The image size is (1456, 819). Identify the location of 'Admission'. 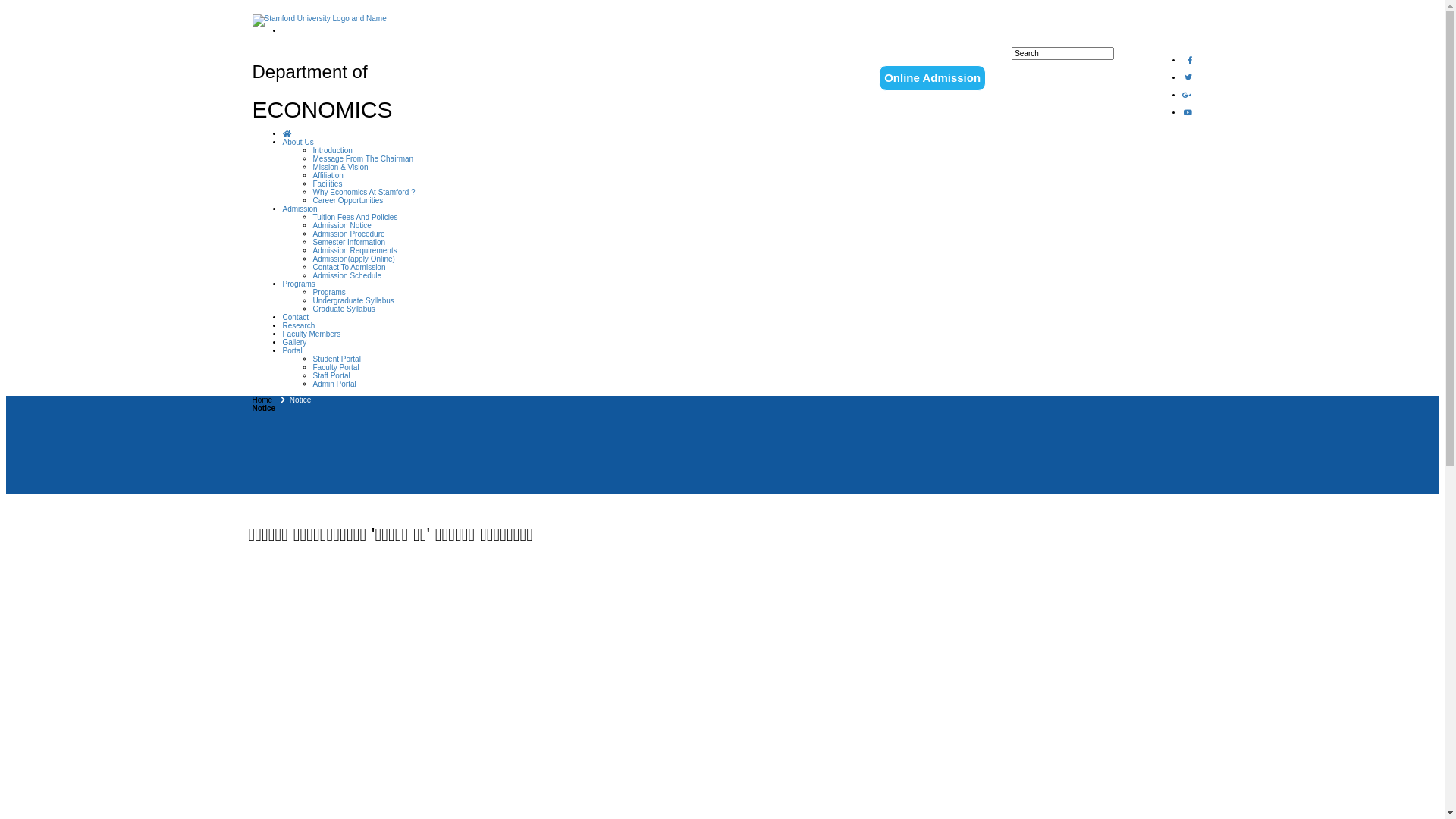
(299, 209).